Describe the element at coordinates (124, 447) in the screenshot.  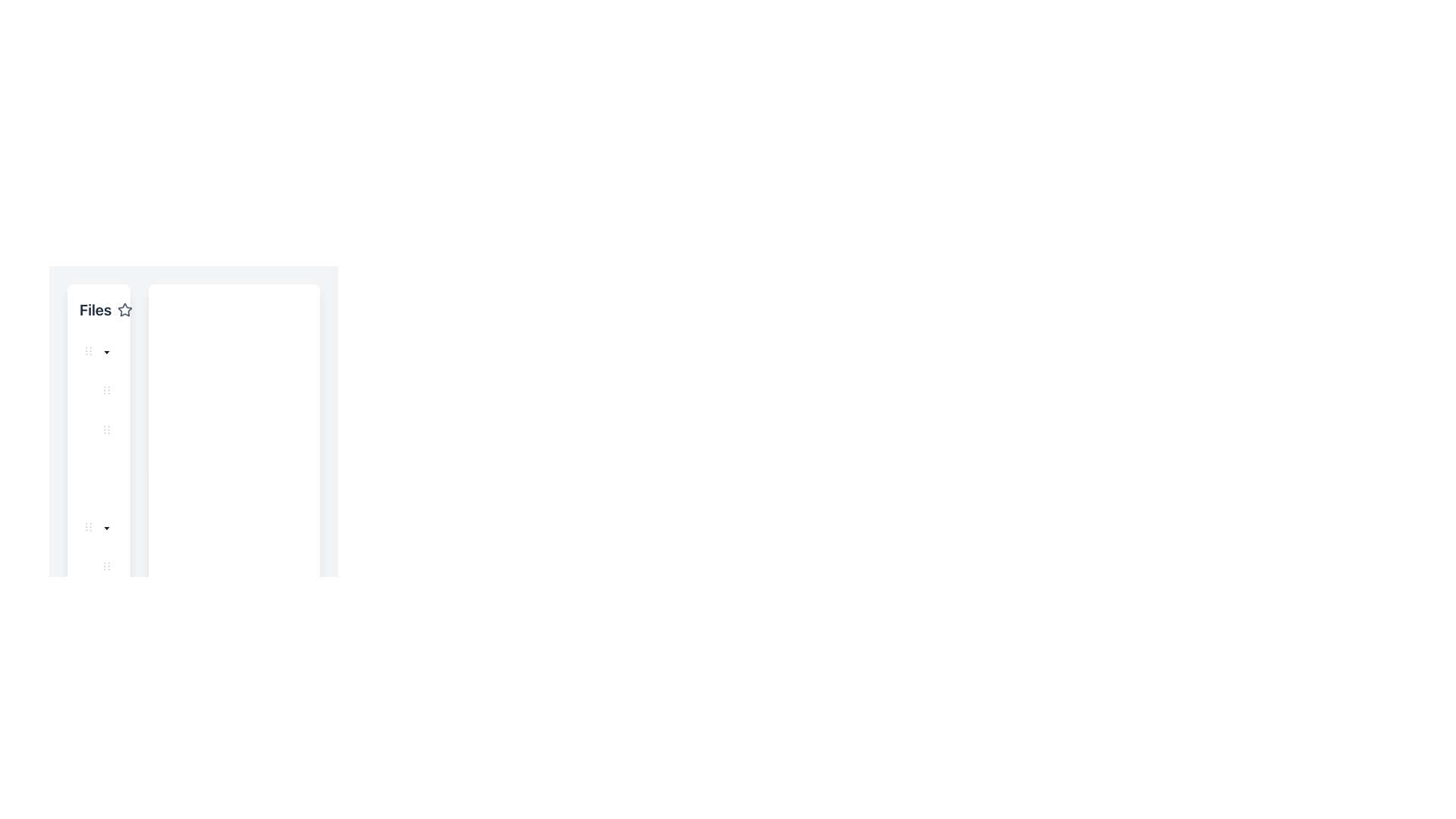
I see `the toggle switch button for the 'Meeting Notes' folder` at that location.